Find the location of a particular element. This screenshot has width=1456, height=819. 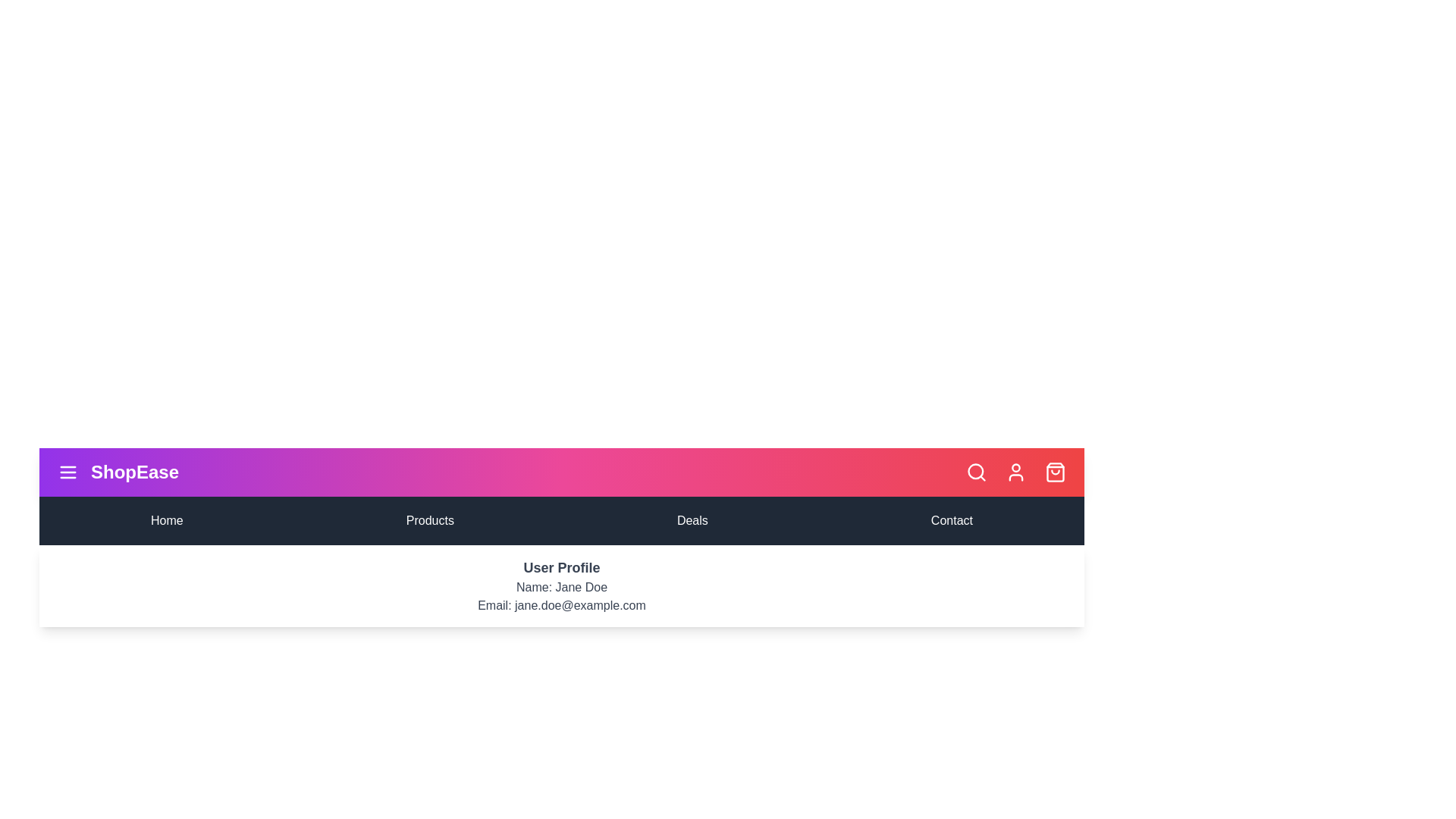

the search icon to activate the search functionality is located at coordinates (976, 472).